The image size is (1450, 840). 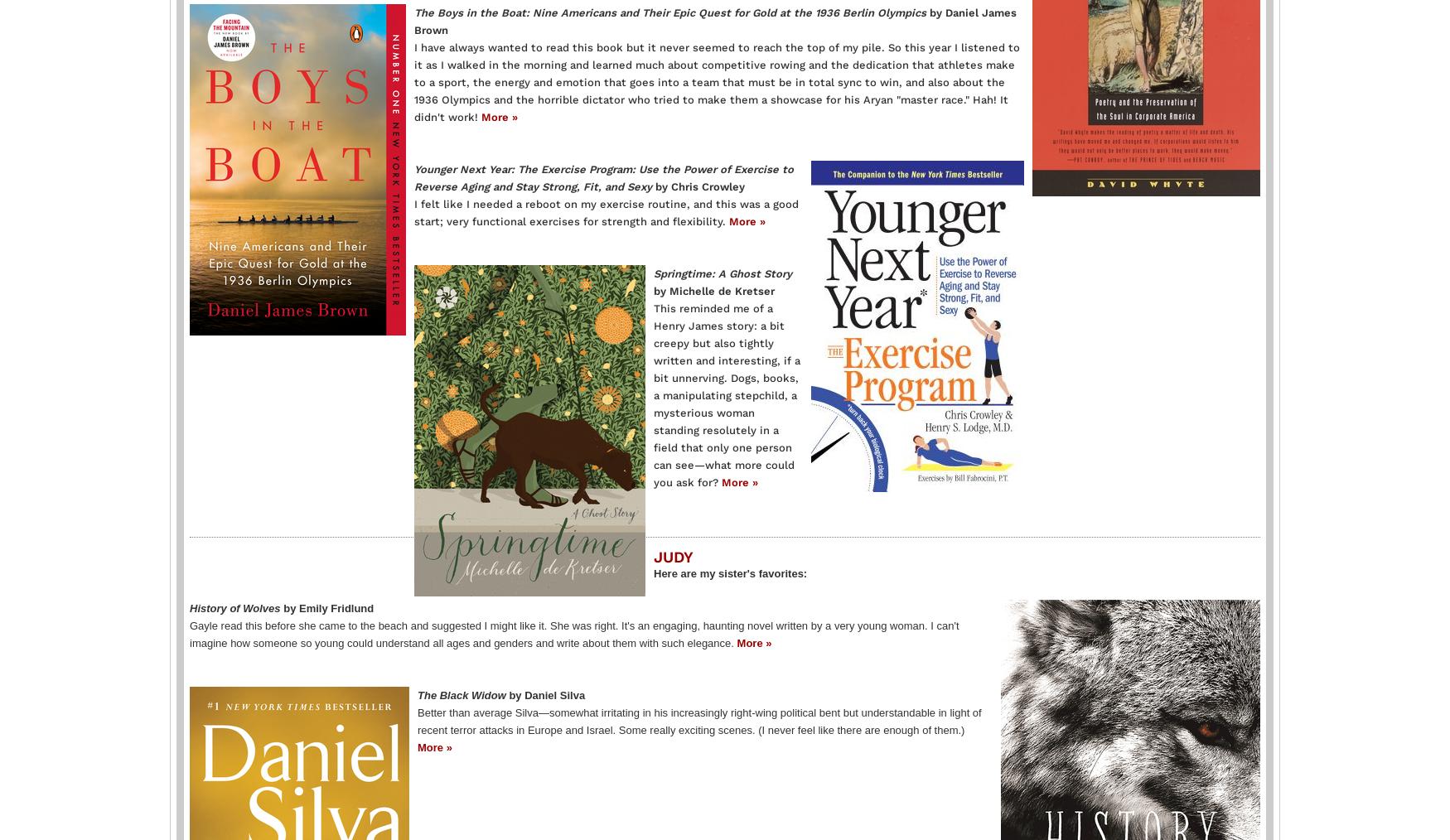 I want to click on 'I have always wanted to read this book but it never seemed to reach the top of my pile. So this year I listened to it as I walked in the morning and learned much about competitive rowing and the dedication that athletes make to a sport, the energy and emotion that goes into a team that must be in total sync to win, and also about the 1936 Olympics and the horrible dictator who tried to make them a showcase for his Aryan "master race." Hah! It didn't work!', so click(x=717, y=81).